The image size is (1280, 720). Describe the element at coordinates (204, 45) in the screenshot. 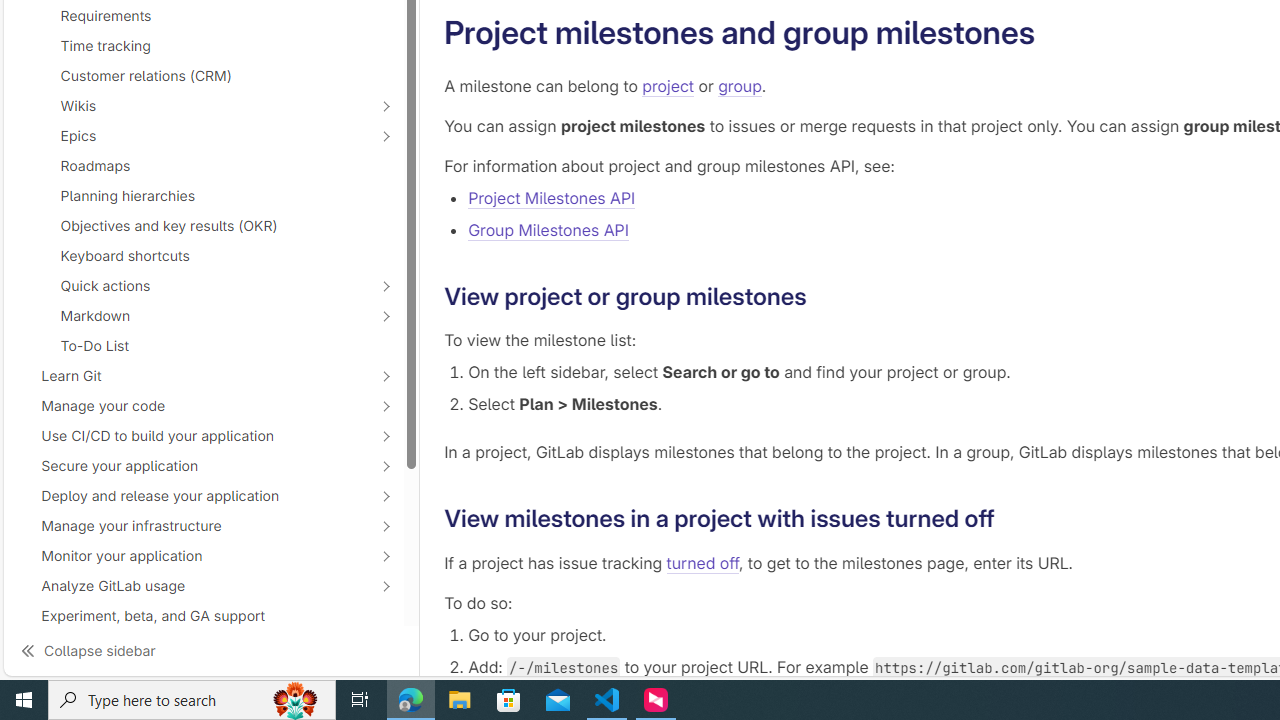

I see `'Time tracking'` at that location.